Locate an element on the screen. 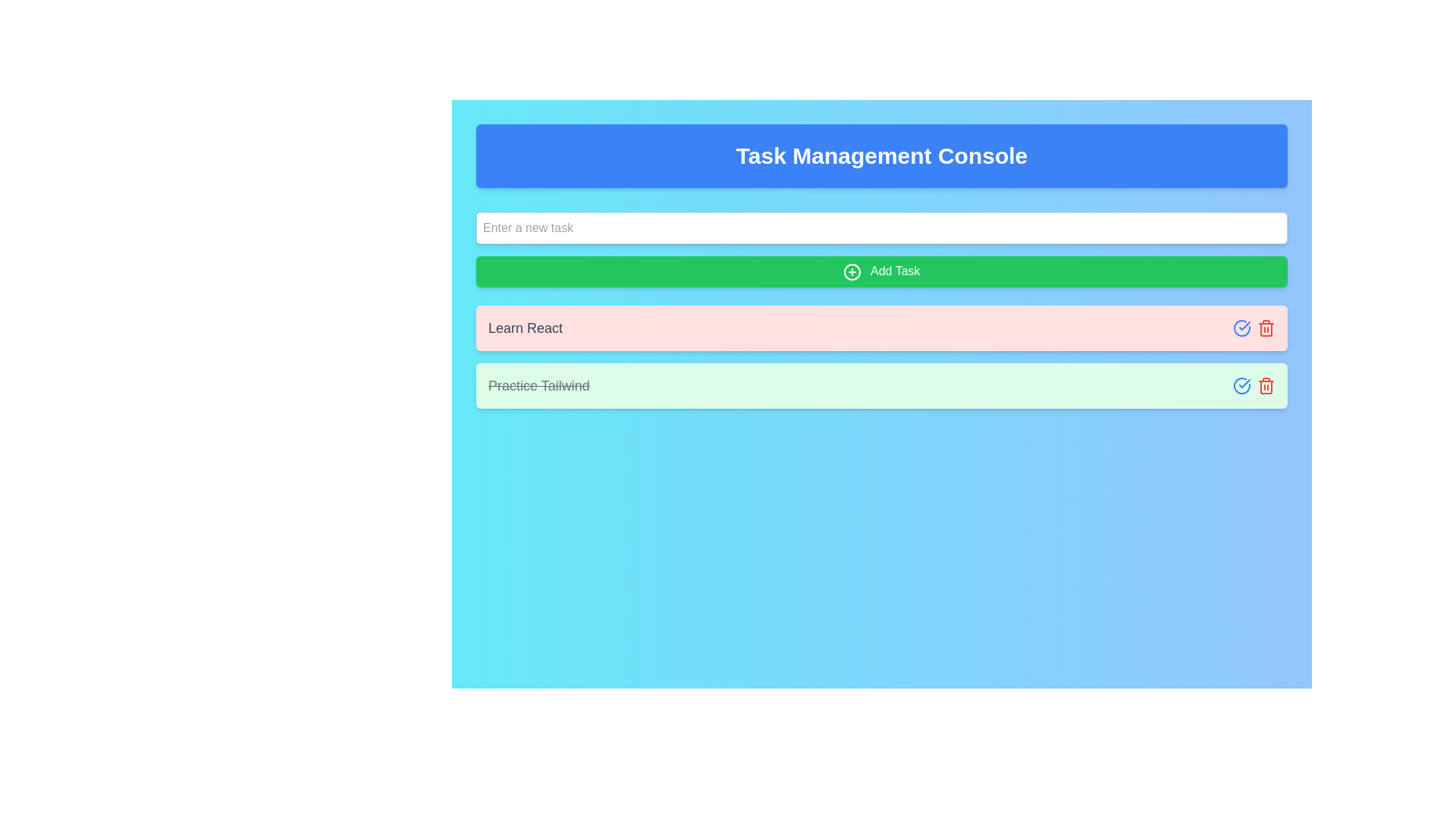  the button located to the far right of the 'Practice Tailwind' task item to mark the task as completed is located at coordinates (1241, 384).